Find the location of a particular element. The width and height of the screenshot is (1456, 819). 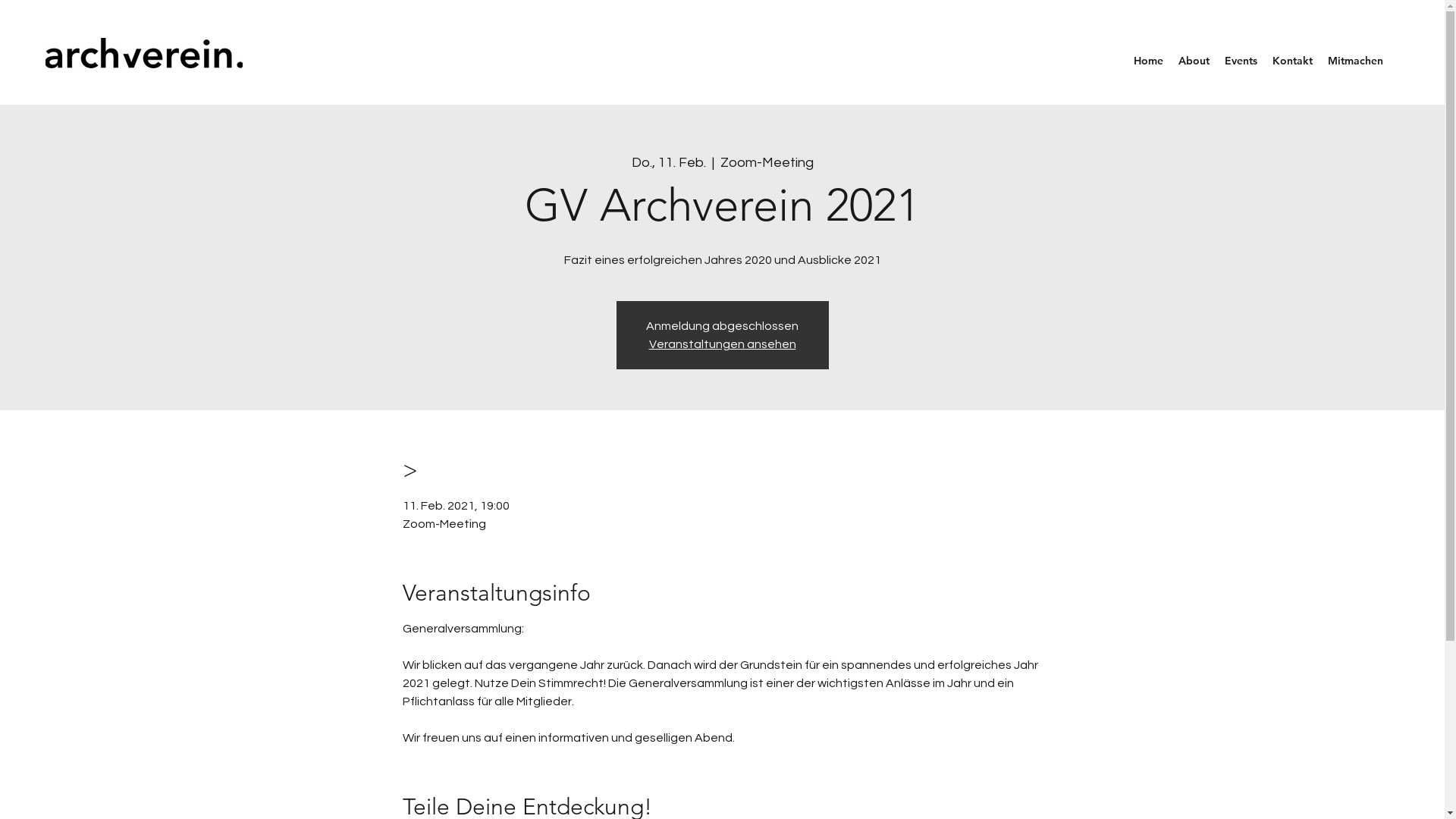

'Mitmachen' is located at coordinates (1319, 60).